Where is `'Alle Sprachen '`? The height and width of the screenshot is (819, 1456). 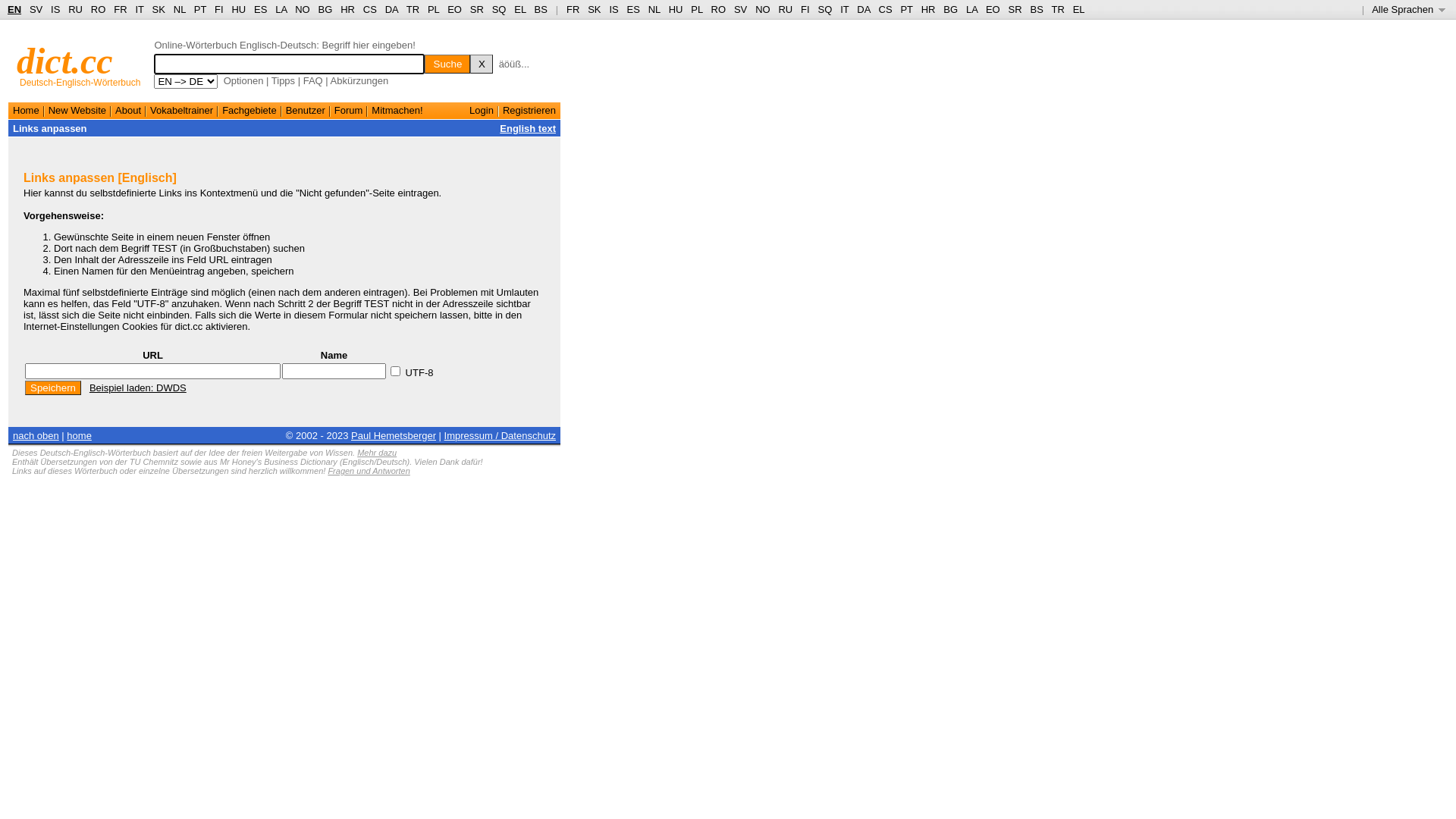 'Alle Sprachen ' is located at coordinates (1407, 9).